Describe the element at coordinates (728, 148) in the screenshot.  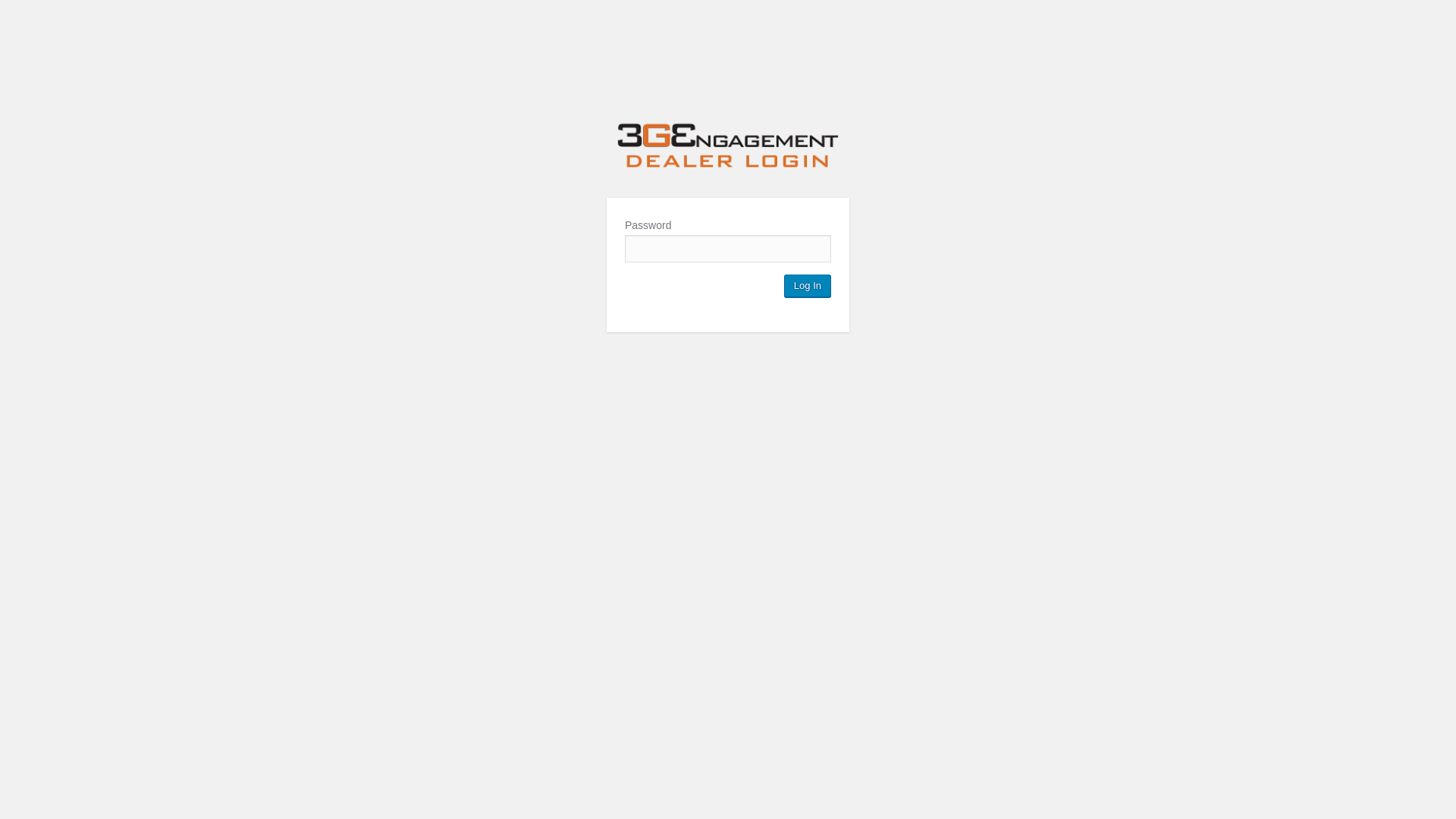
I see `'3GEngagement'` at that location.